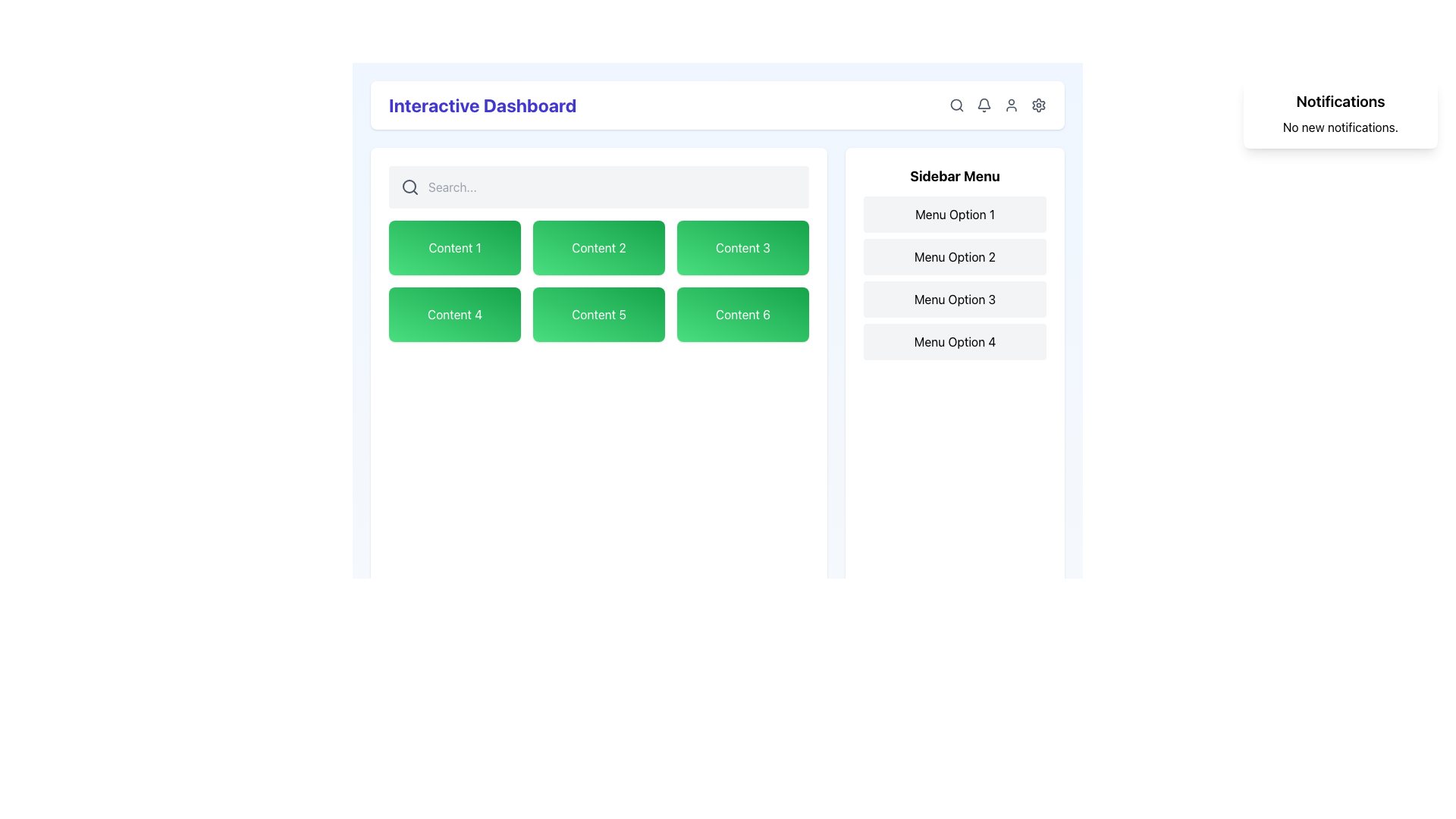  Describe the element at coordinates (954, 175) in the screenshot. I see `the bold text label displaying 'Sidebar Menu' located at the top of the sidebar section on the right-hand side of the interface` at that location.